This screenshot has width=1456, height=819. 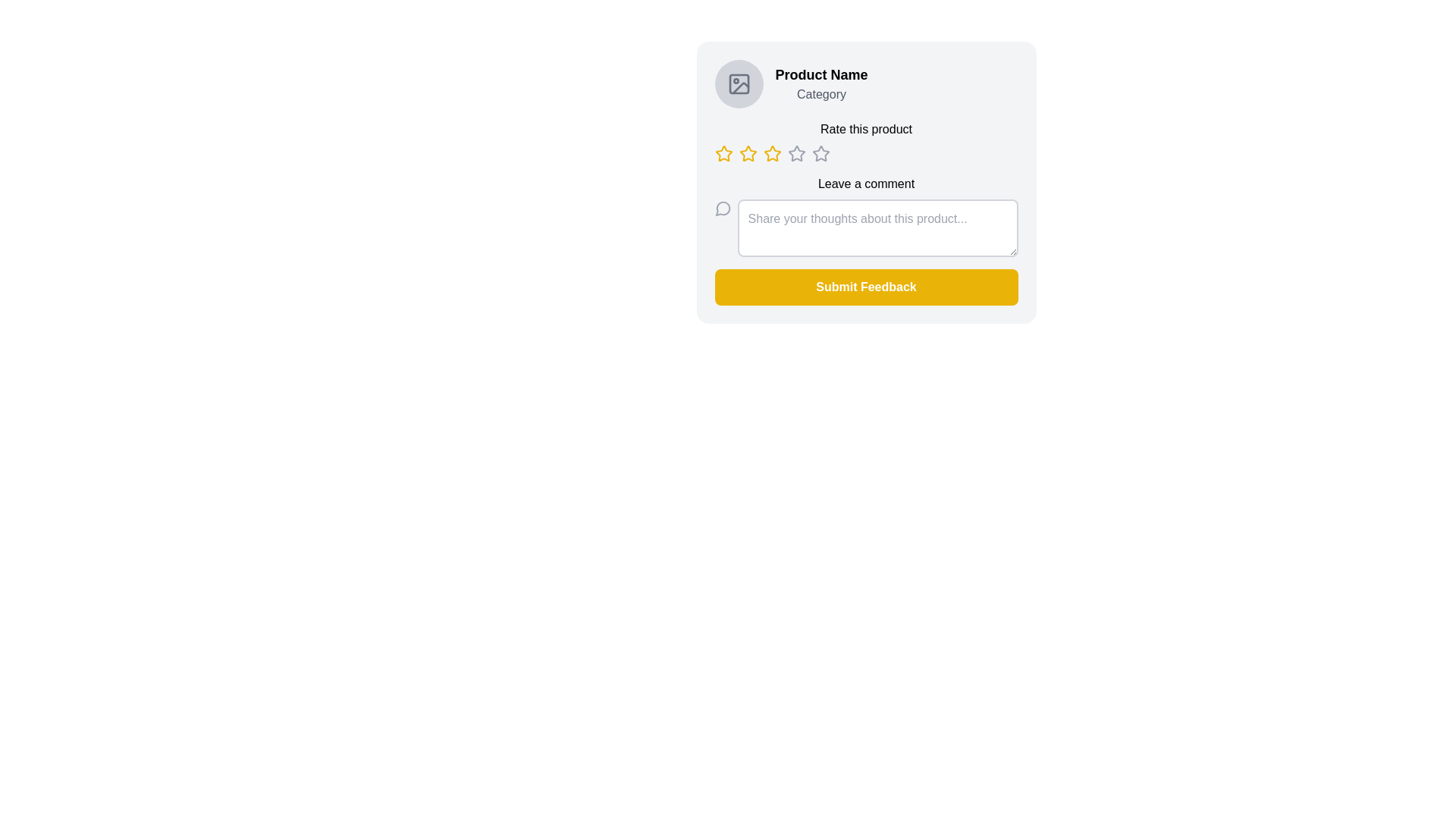 What do you see at coordinates (772, 153) in the screenshot?
I see `the third rating star in the series of five stars located below the 'Rate this product' text` at bounding box center [772, 153].